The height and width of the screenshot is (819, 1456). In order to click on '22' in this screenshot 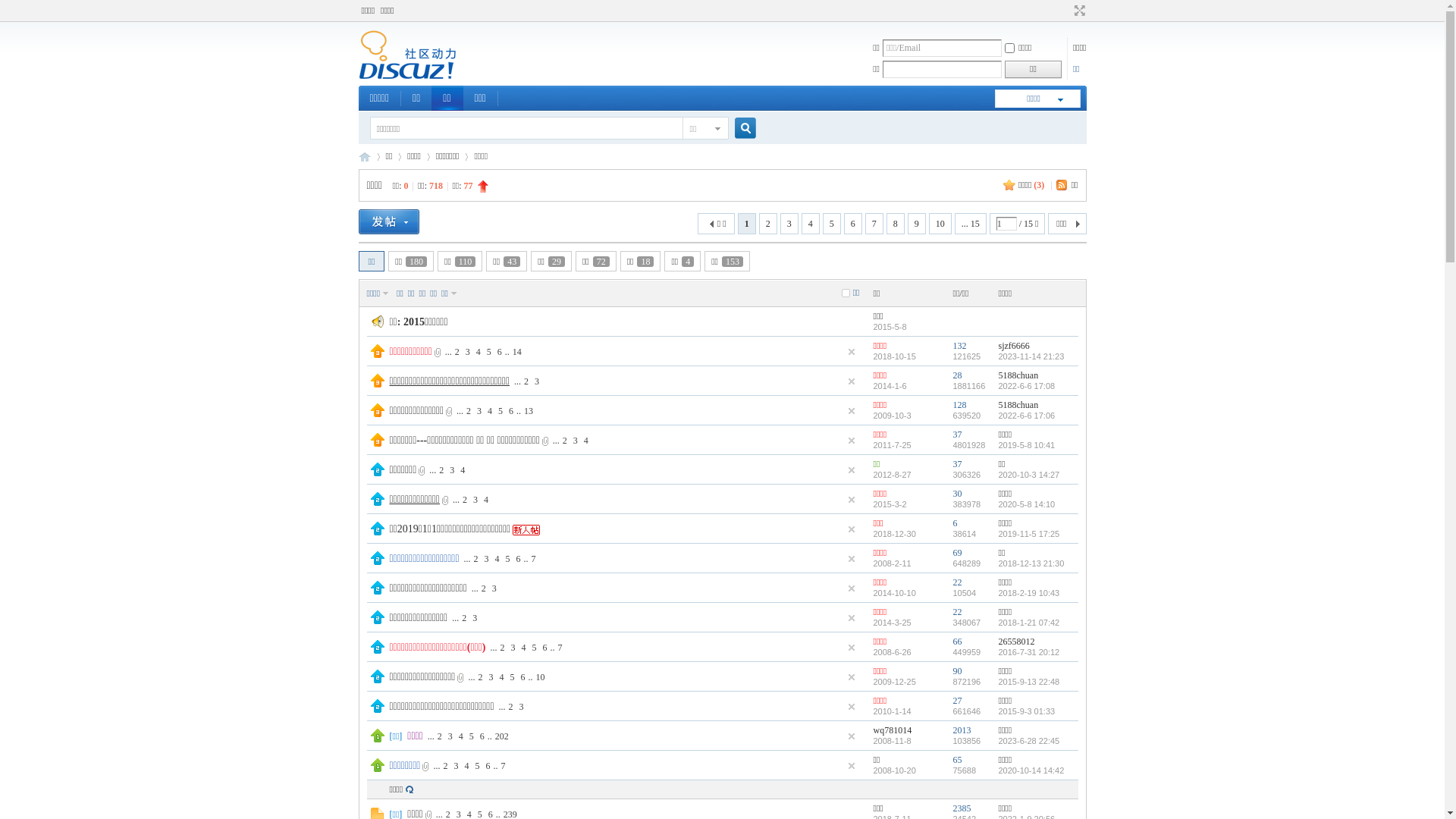, I will do `click(956, 610)`.